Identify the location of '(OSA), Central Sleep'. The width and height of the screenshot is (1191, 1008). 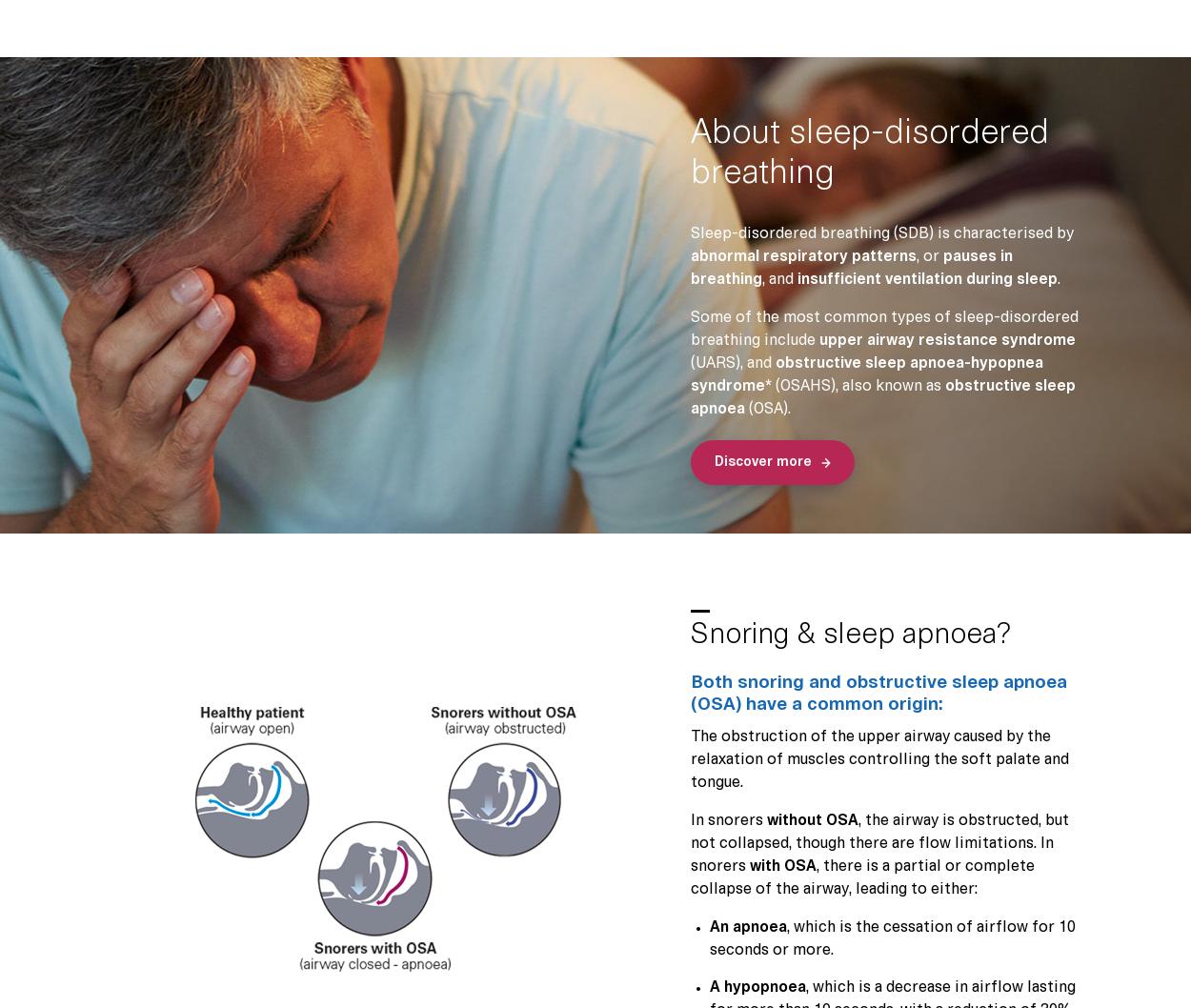
(585, 500).